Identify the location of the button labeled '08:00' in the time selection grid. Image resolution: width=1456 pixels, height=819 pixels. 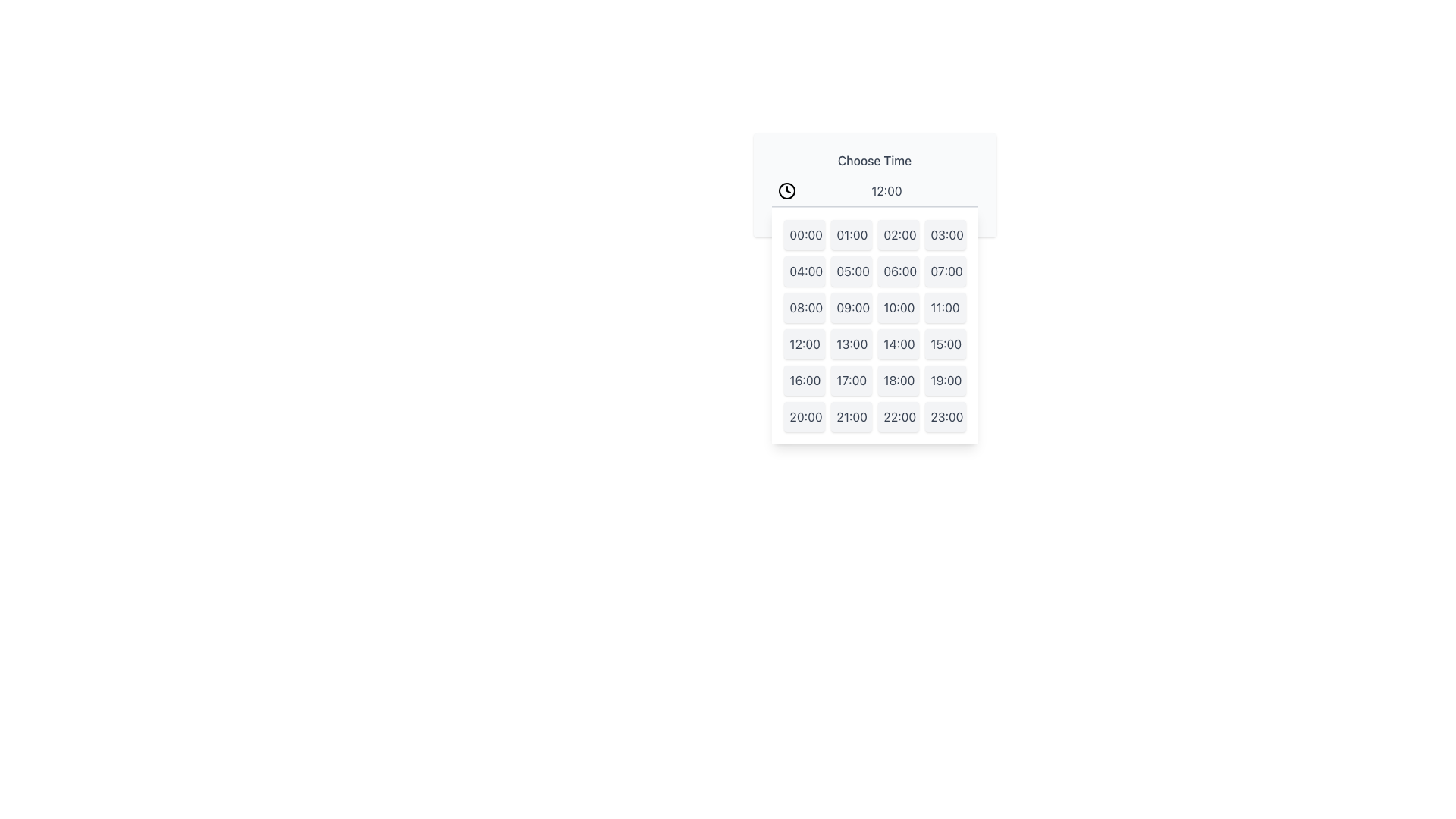
(803, 307).